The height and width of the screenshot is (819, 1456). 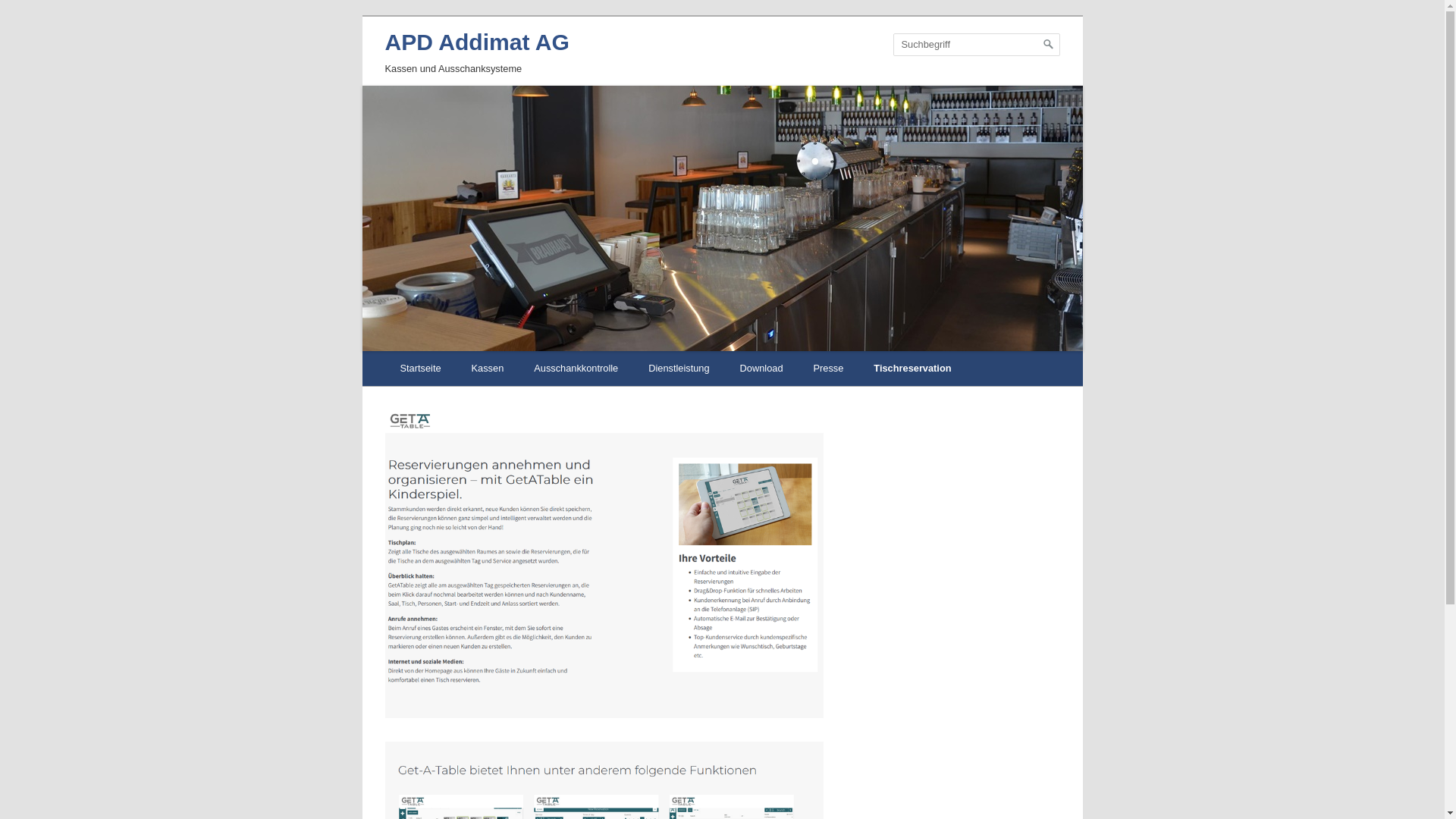 What do you see at coordinates (488, 369) in the screenshot?
I see `'Kassen'` at bounding box center [488, 369].